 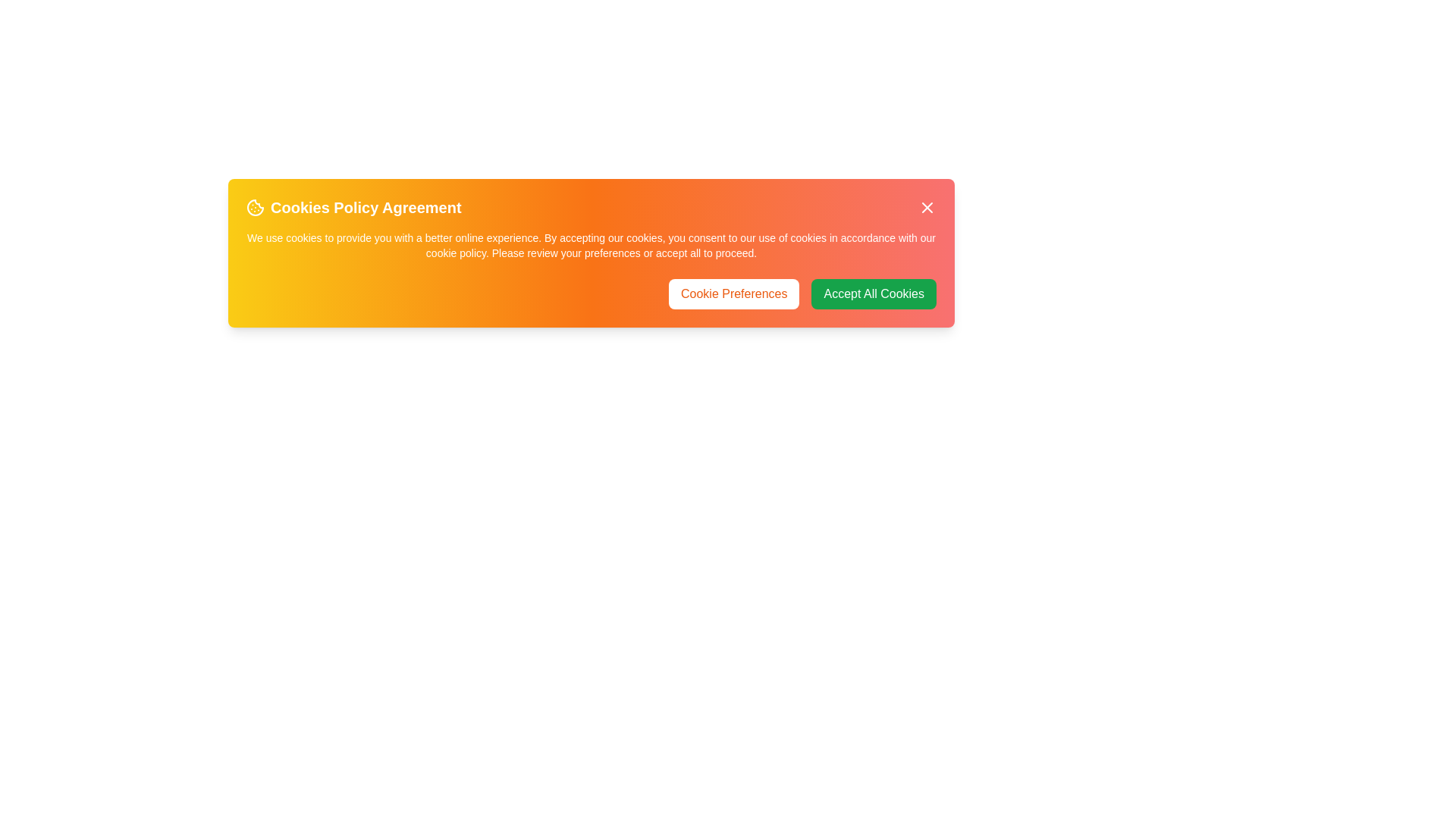 I want to click on the 'X' shaped Close Button icon located in the top-right corner of the cookie agreement banner, so click(x=927, y=207).